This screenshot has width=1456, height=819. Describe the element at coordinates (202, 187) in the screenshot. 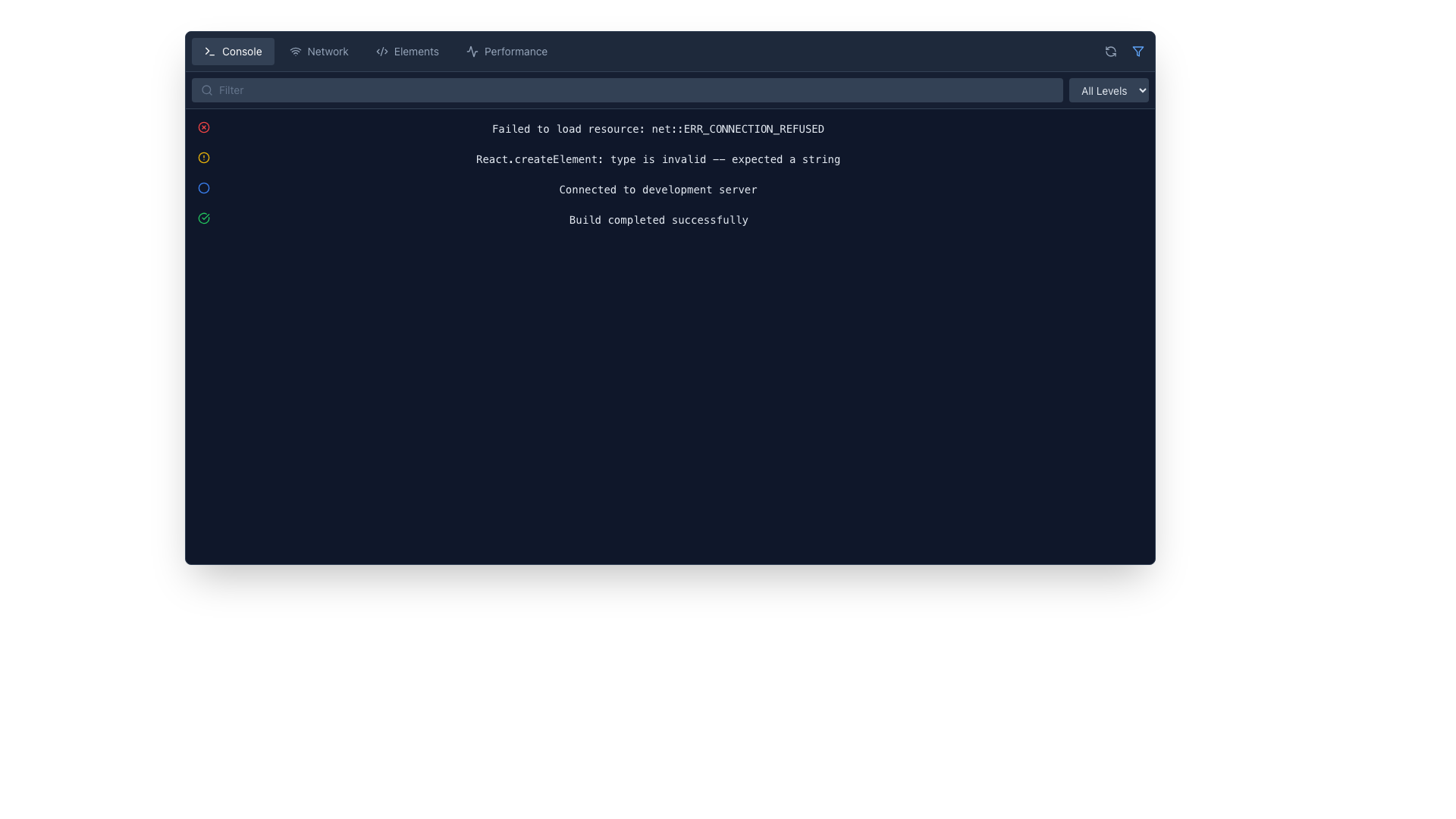

I see `the decorative or status indicator icon located to the left of the text 'Connected to development server' and the time '12:01:20'` at that location.